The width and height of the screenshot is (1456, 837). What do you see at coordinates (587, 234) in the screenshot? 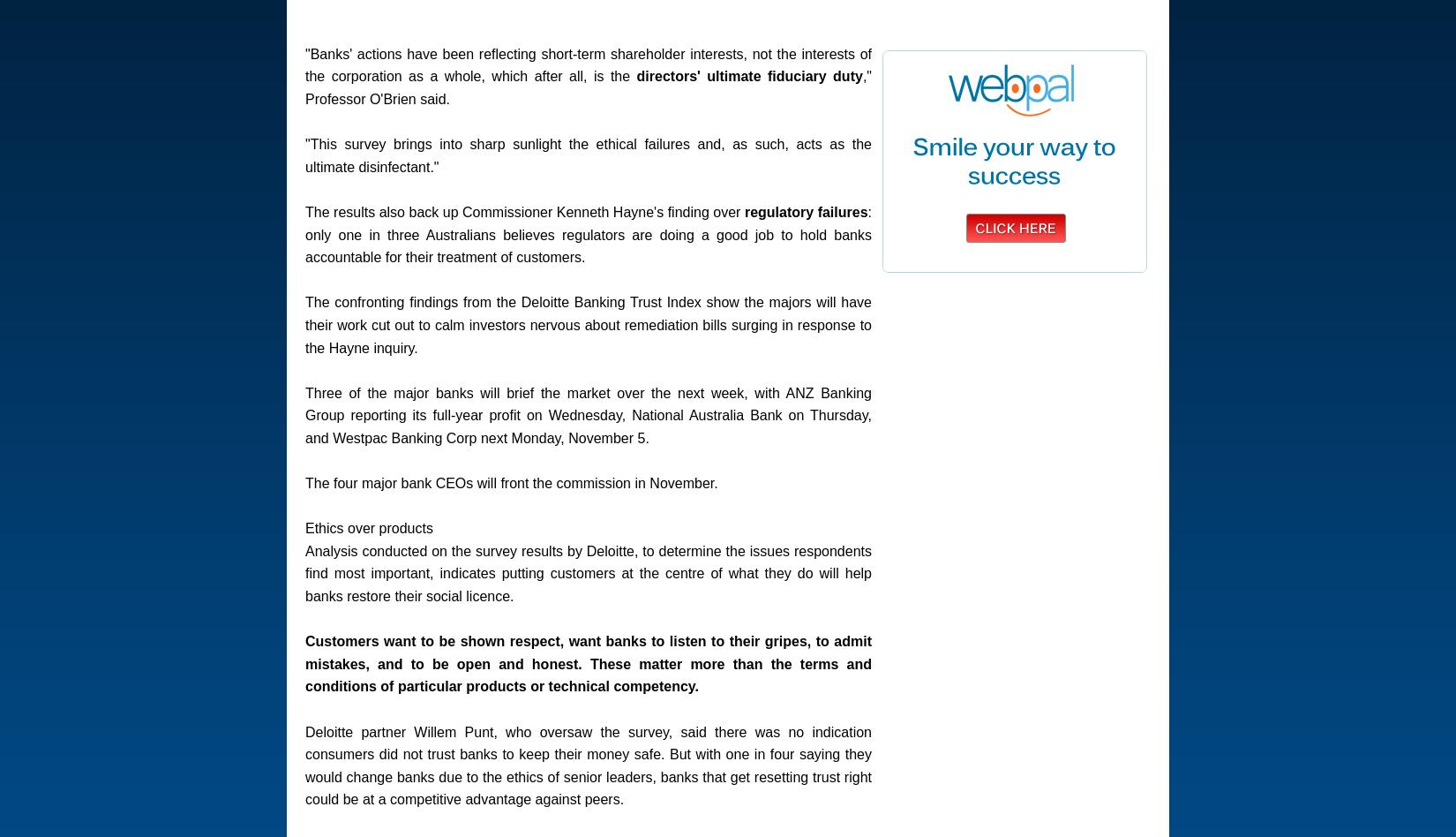
I see `': only one in three Australians believes regulators are doing a good job to hold banks accountable for their treatment of customers.'` at bounding box center [587, 234].